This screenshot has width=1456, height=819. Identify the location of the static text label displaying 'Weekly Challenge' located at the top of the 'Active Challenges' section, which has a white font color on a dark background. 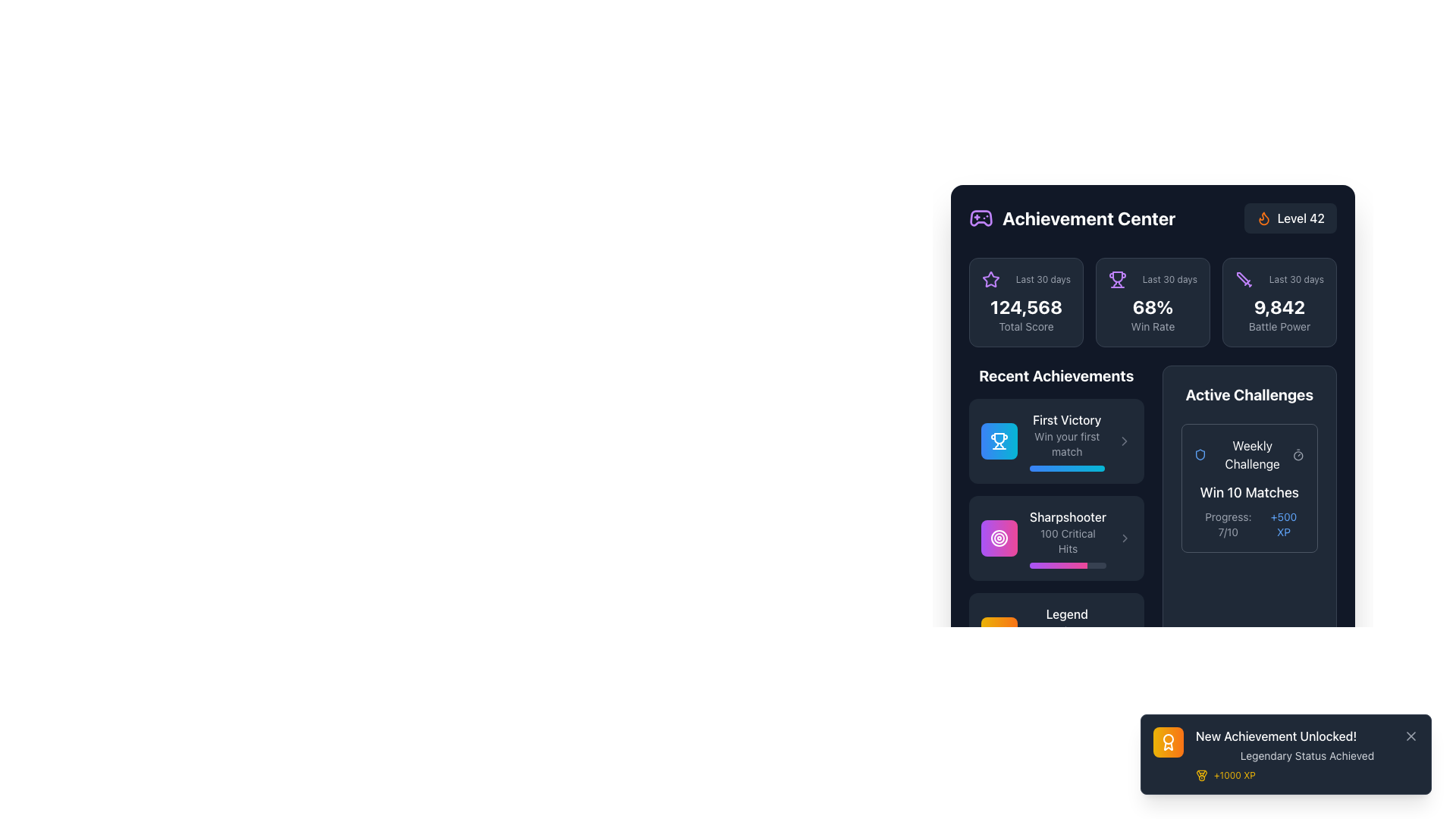
(1252, 454).